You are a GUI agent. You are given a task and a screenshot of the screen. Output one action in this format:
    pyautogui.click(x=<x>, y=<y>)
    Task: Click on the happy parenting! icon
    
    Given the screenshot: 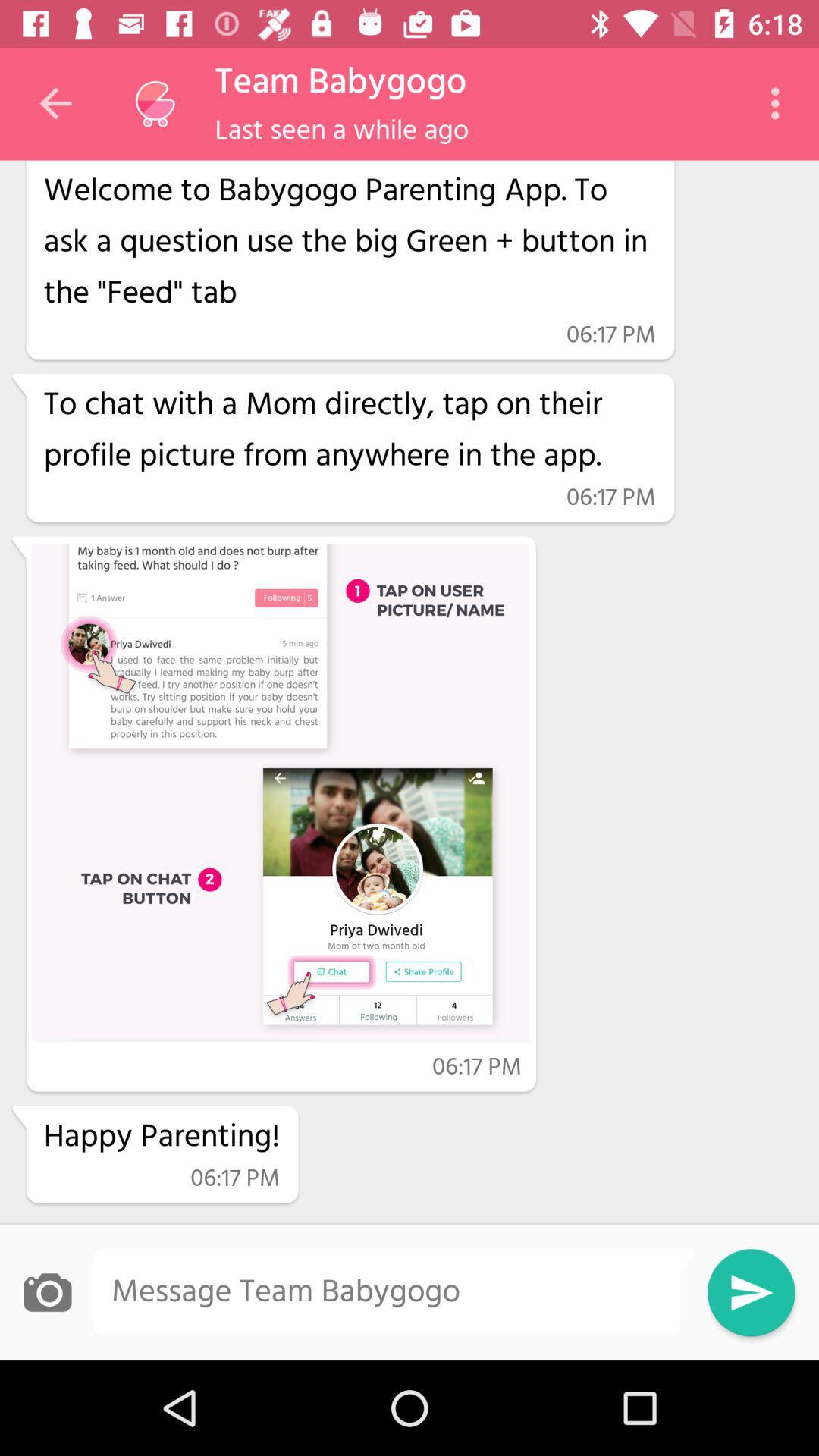 What is the action you would take?
    pyautogui.click(x=162, y=1137)
    